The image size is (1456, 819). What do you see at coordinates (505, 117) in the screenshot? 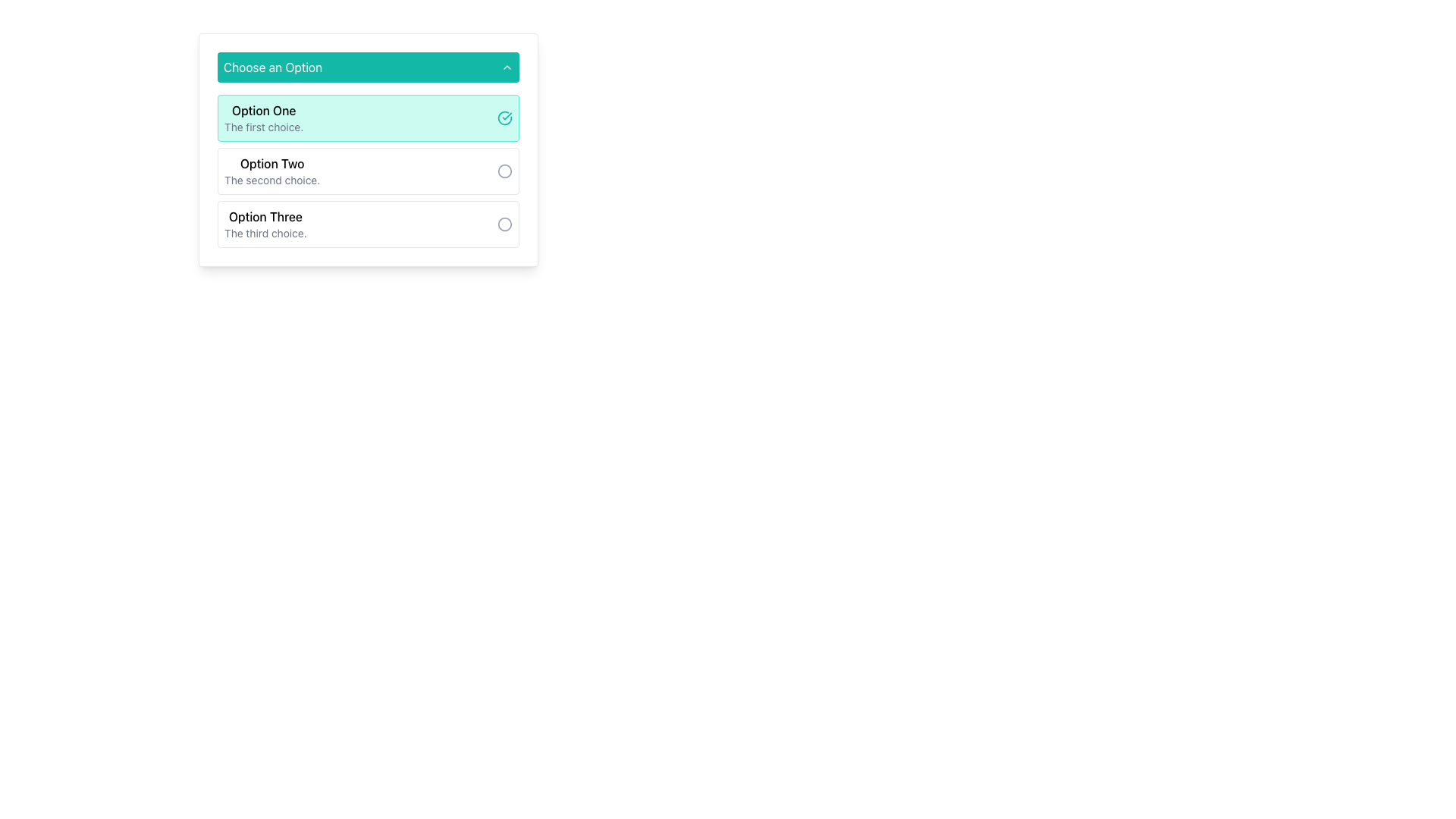
I see `the circular segment of the checkmark icon located in the top-right area of the highlighted 'Option One' box in the dropdown menu` at bounding box center [505, 117].